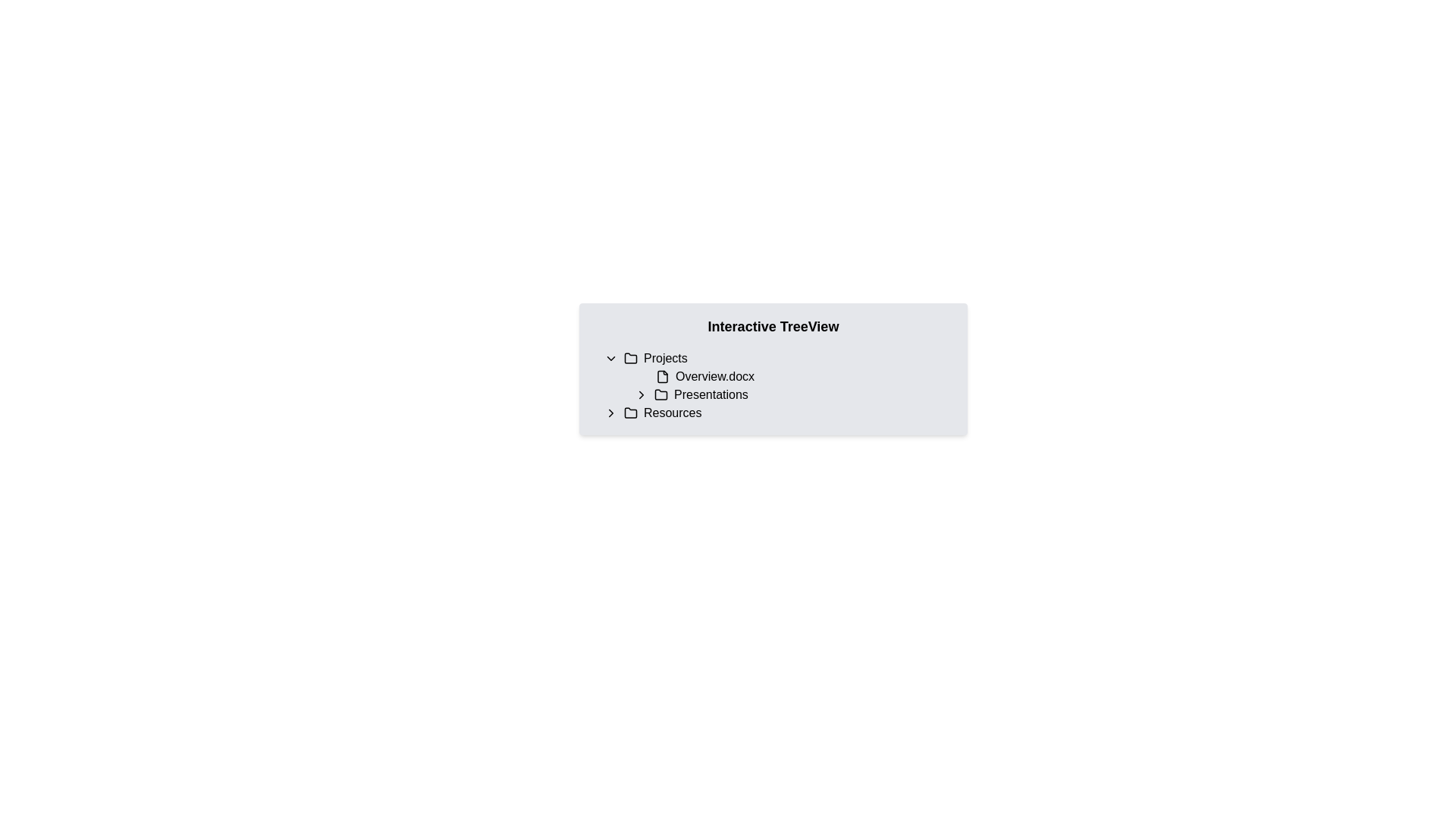  I want to click on the chevron icon pointing to the right, which is styled with a black outline and located immediately to the left of the text 'Resources' in the treeview, so click(611, 413).